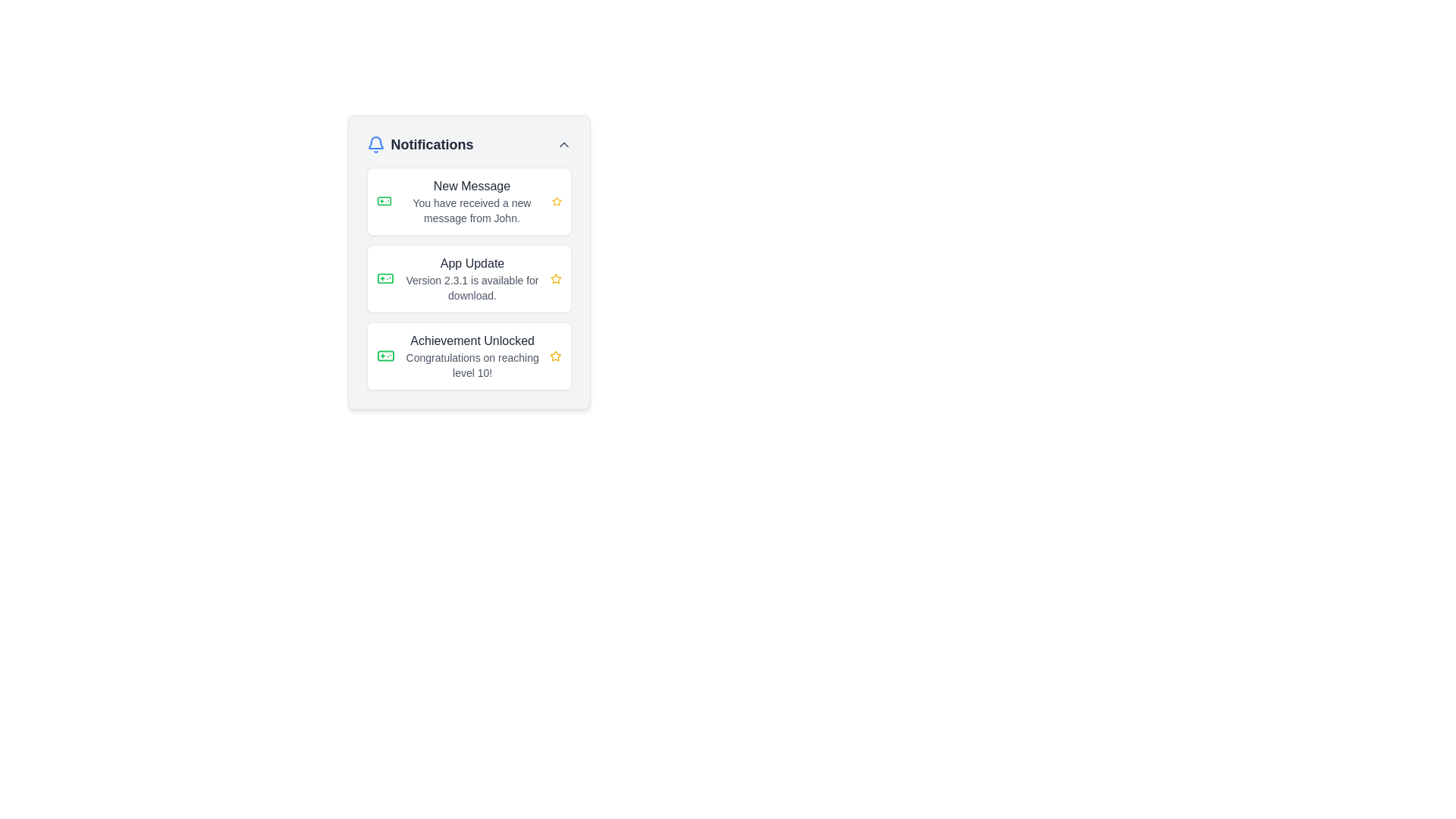 The width and height of the screenshot is (1456, 819). What do you see at coordinates (468, 201) in the screenshot?
I see `the Notification card that conveys a message received from 'John', located at the top of the Notifications section` at bounding box center [468, 201].